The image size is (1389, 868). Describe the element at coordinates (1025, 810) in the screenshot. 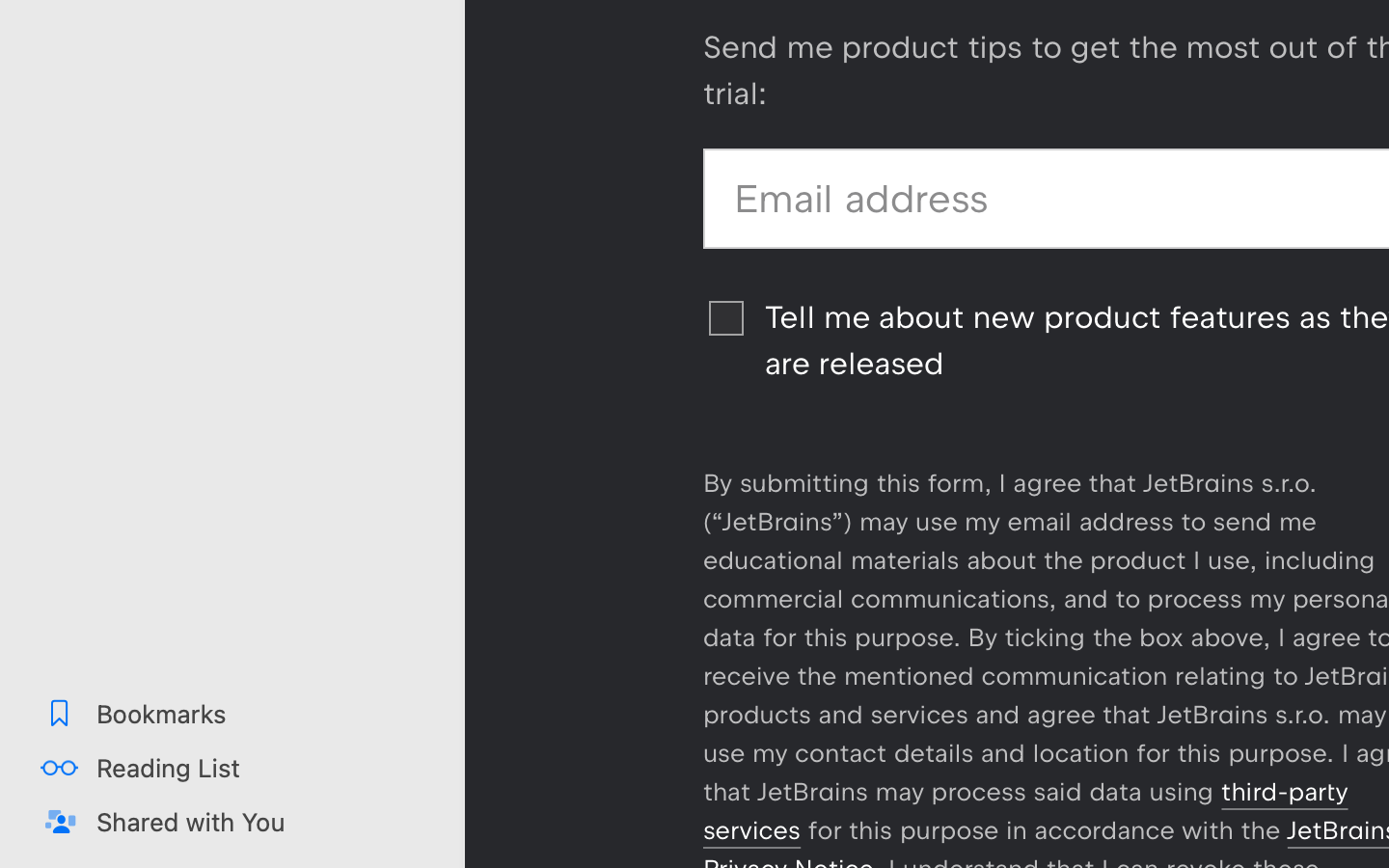

I see `'third-party services'` at that location.